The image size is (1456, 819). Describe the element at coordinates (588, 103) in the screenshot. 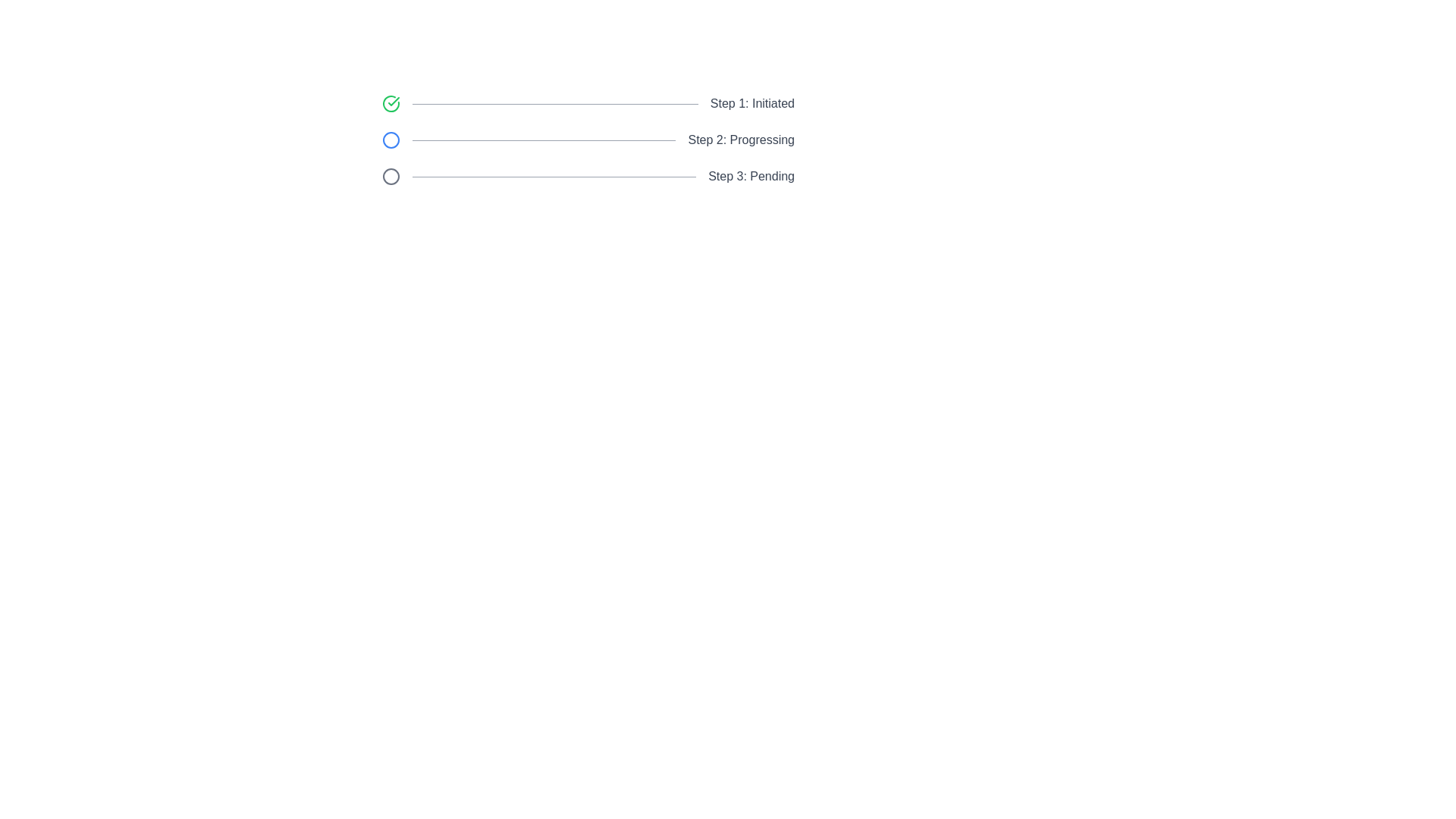

I see `status label of the Step Indicator displaying 'Step 1: Initiated' with a green check mark icon on the left` at that location.